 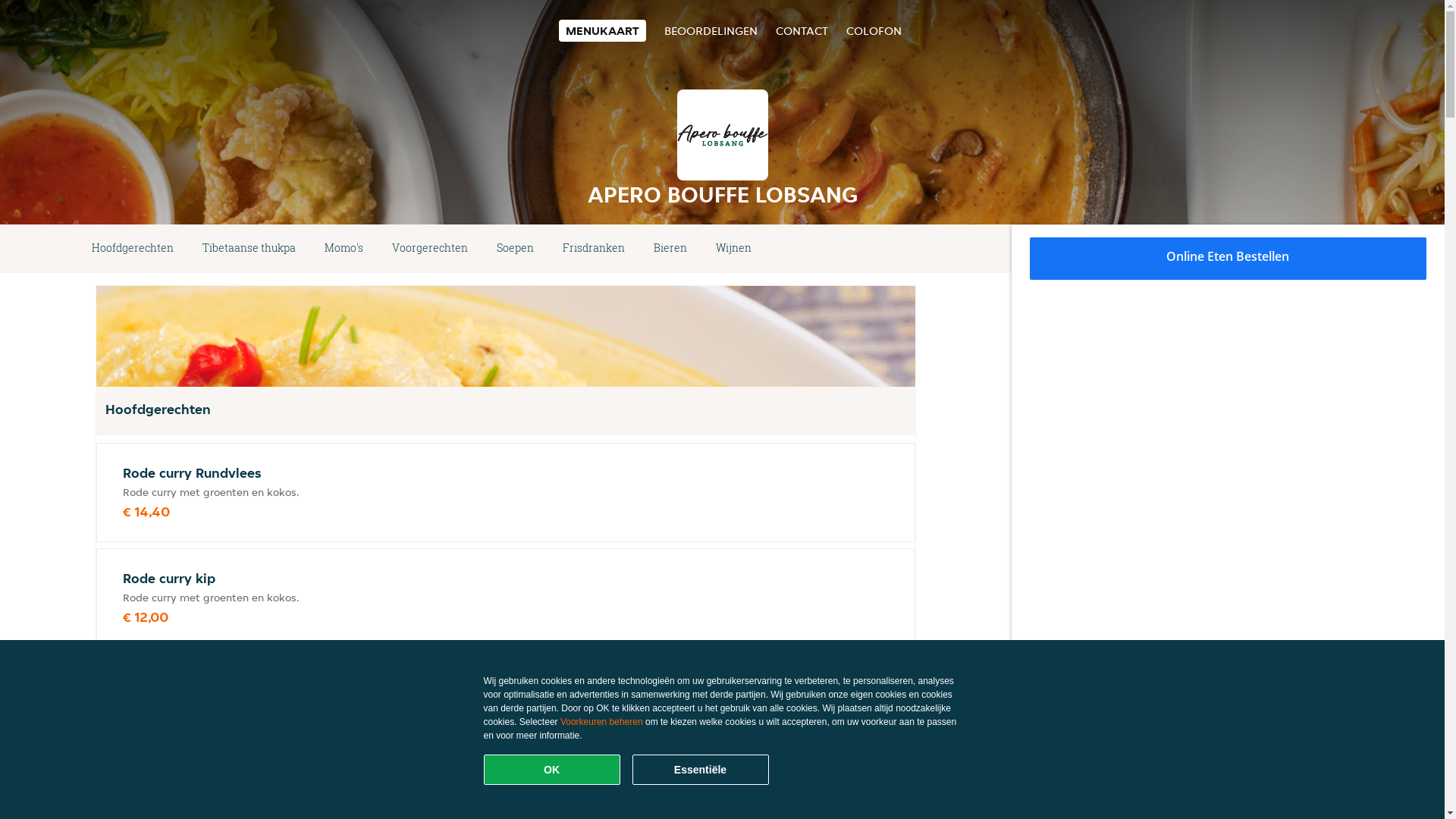 I want to click on 'BEOORDELINGEN', so click(x=710, y=30).